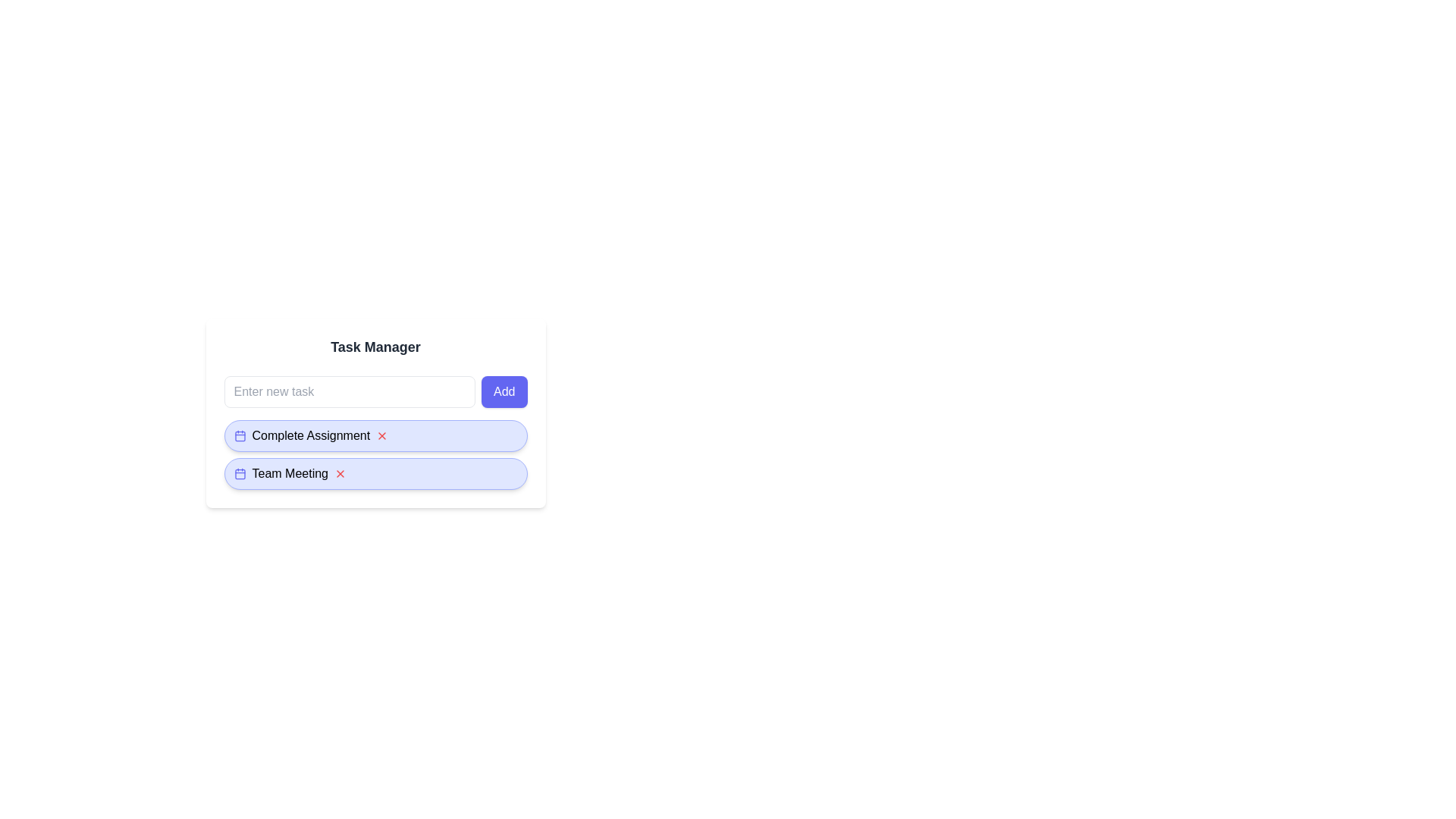  I want to click on the 'Add' button to add a new task, so click(504, 391).